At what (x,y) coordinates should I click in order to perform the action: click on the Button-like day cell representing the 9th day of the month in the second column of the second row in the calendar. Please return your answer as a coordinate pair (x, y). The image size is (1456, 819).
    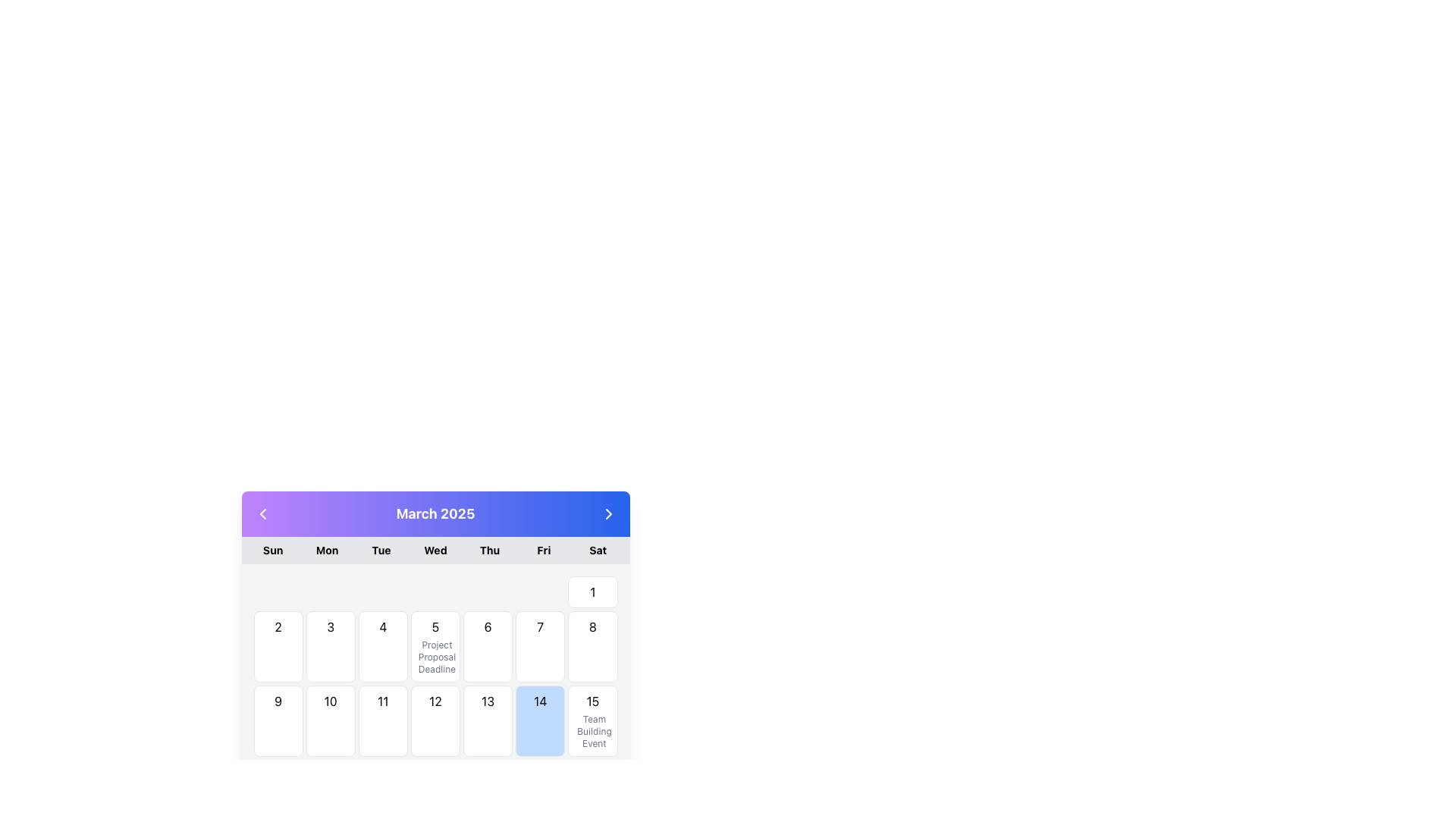
    Looking at the image, I should click on (278, 720).